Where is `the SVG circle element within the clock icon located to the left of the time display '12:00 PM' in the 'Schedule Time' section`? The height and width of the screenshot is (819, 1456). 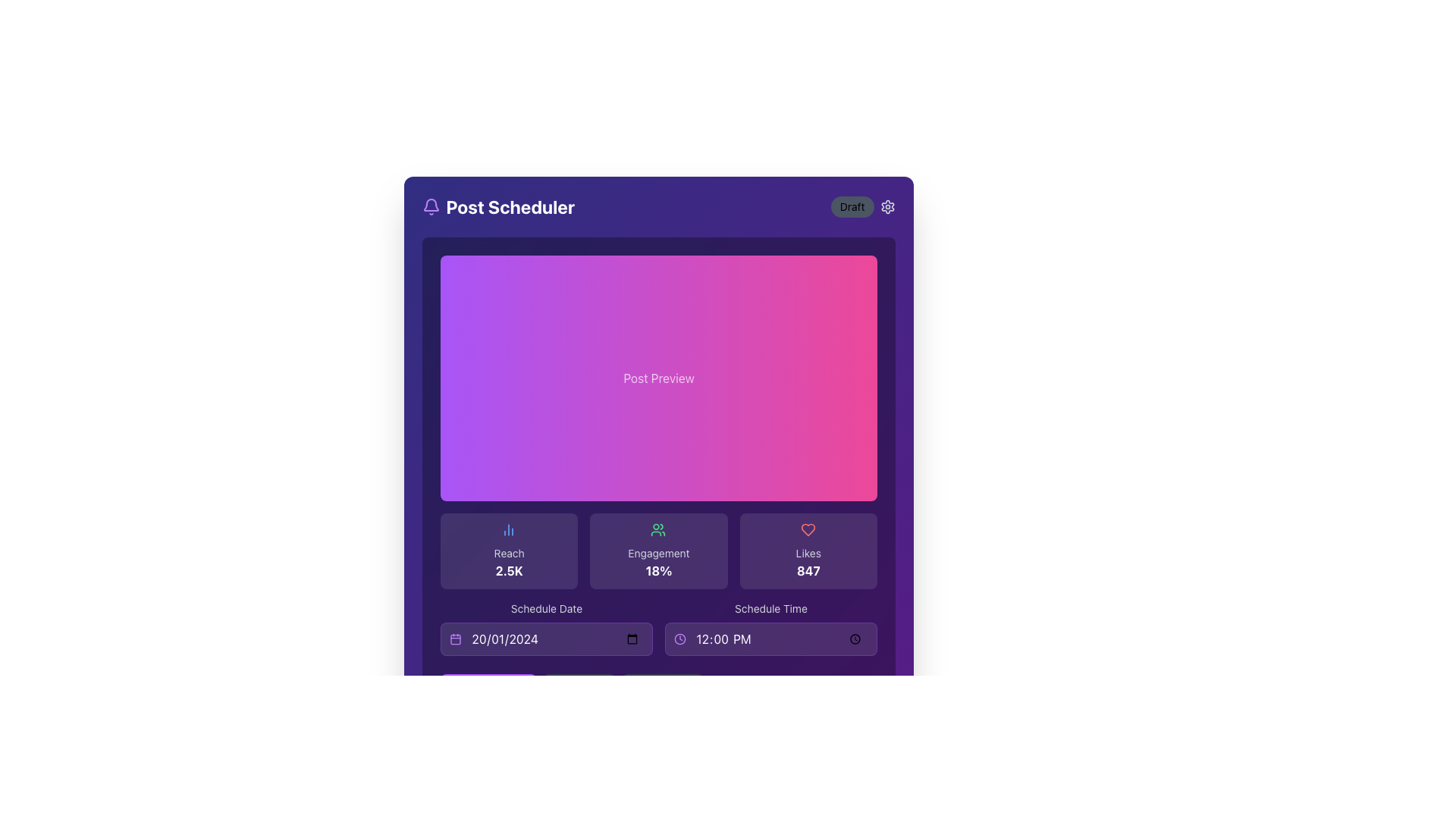 the SVG circle element within the clock icon located to the left of the time display '12:00 PM' in the 'Schedule Time' section is located at coordinates (679, 639).